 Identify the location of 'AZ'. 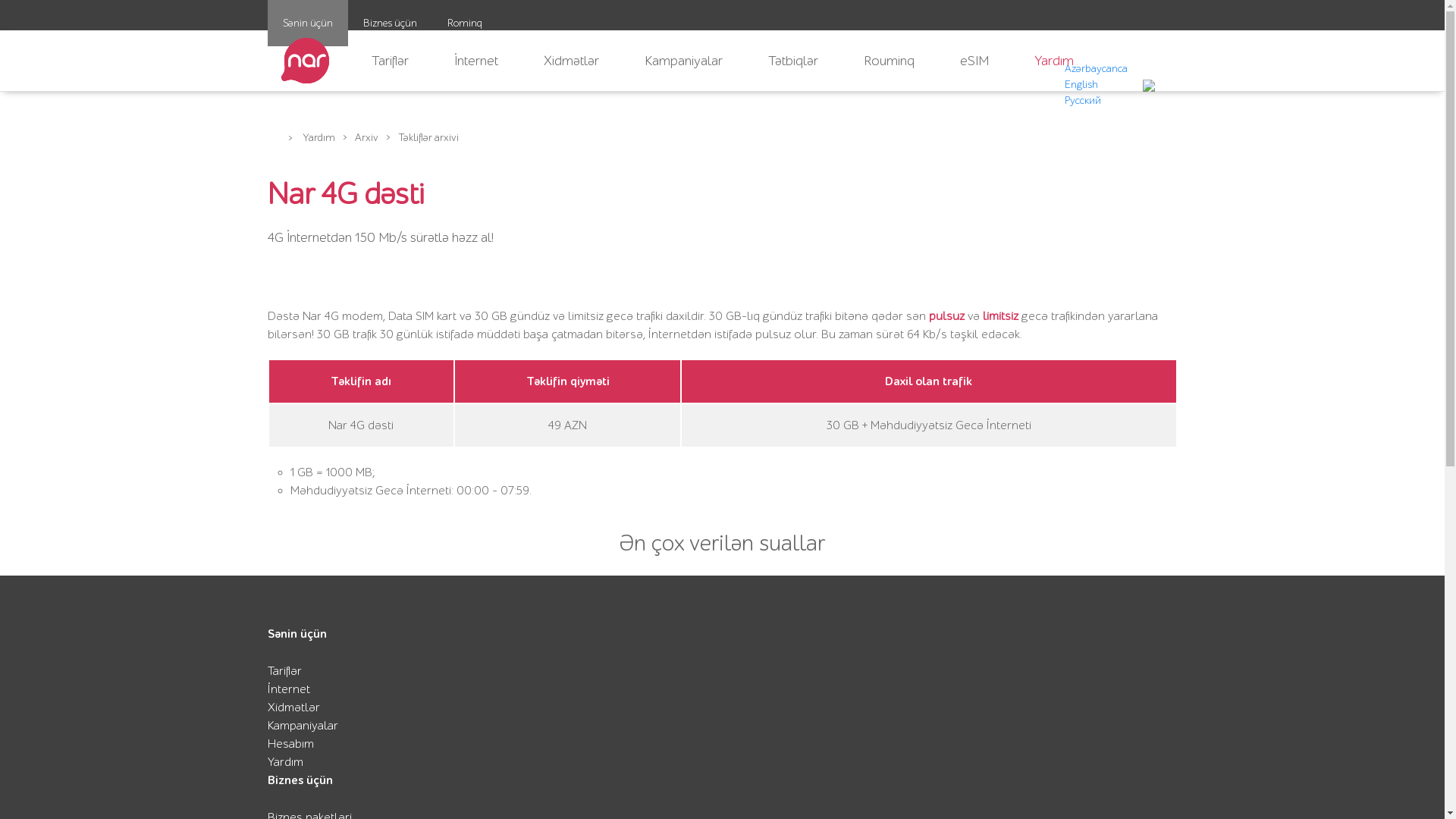
(1030, 84).